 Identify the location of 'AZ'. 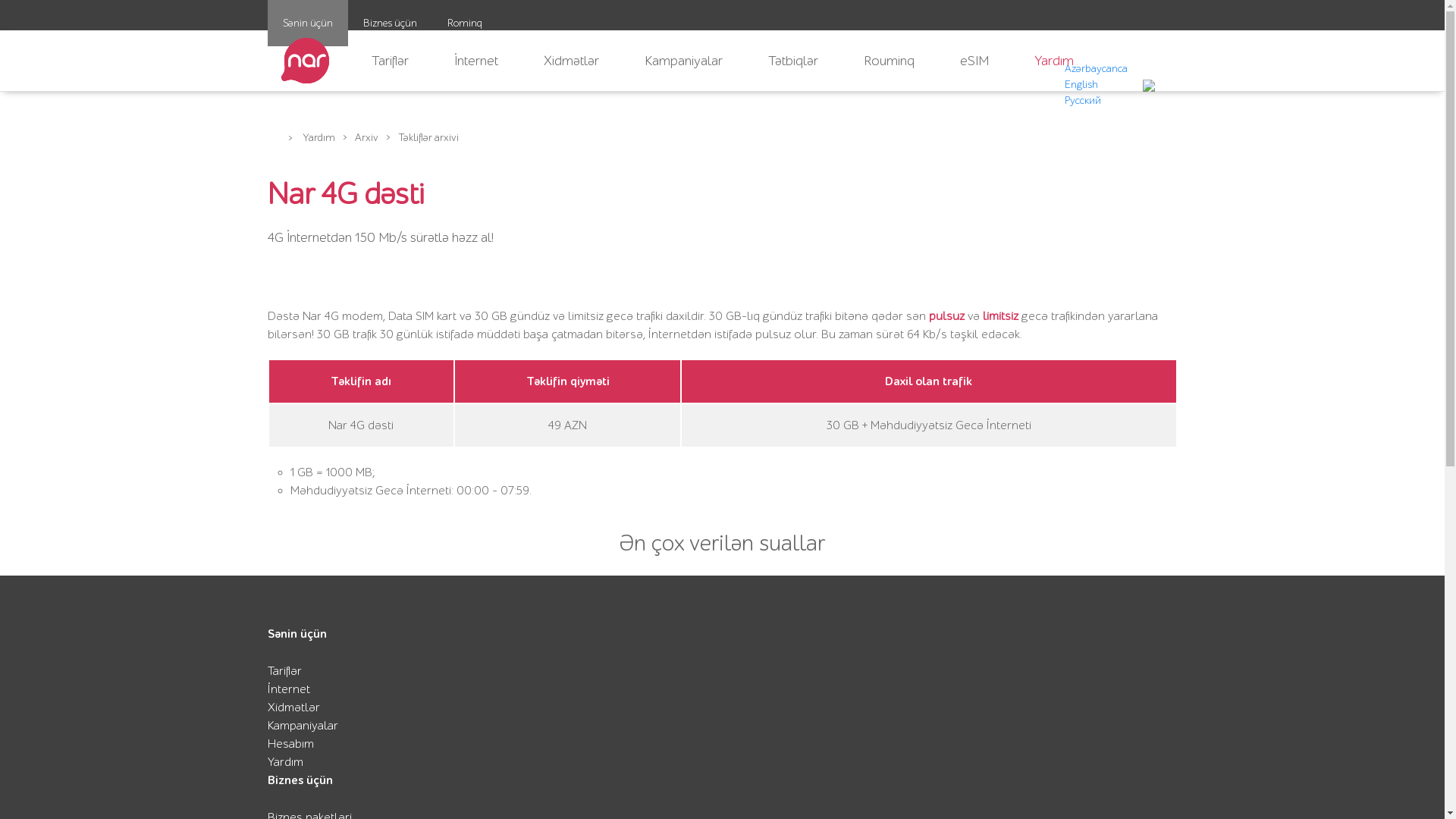
(1030, 84).